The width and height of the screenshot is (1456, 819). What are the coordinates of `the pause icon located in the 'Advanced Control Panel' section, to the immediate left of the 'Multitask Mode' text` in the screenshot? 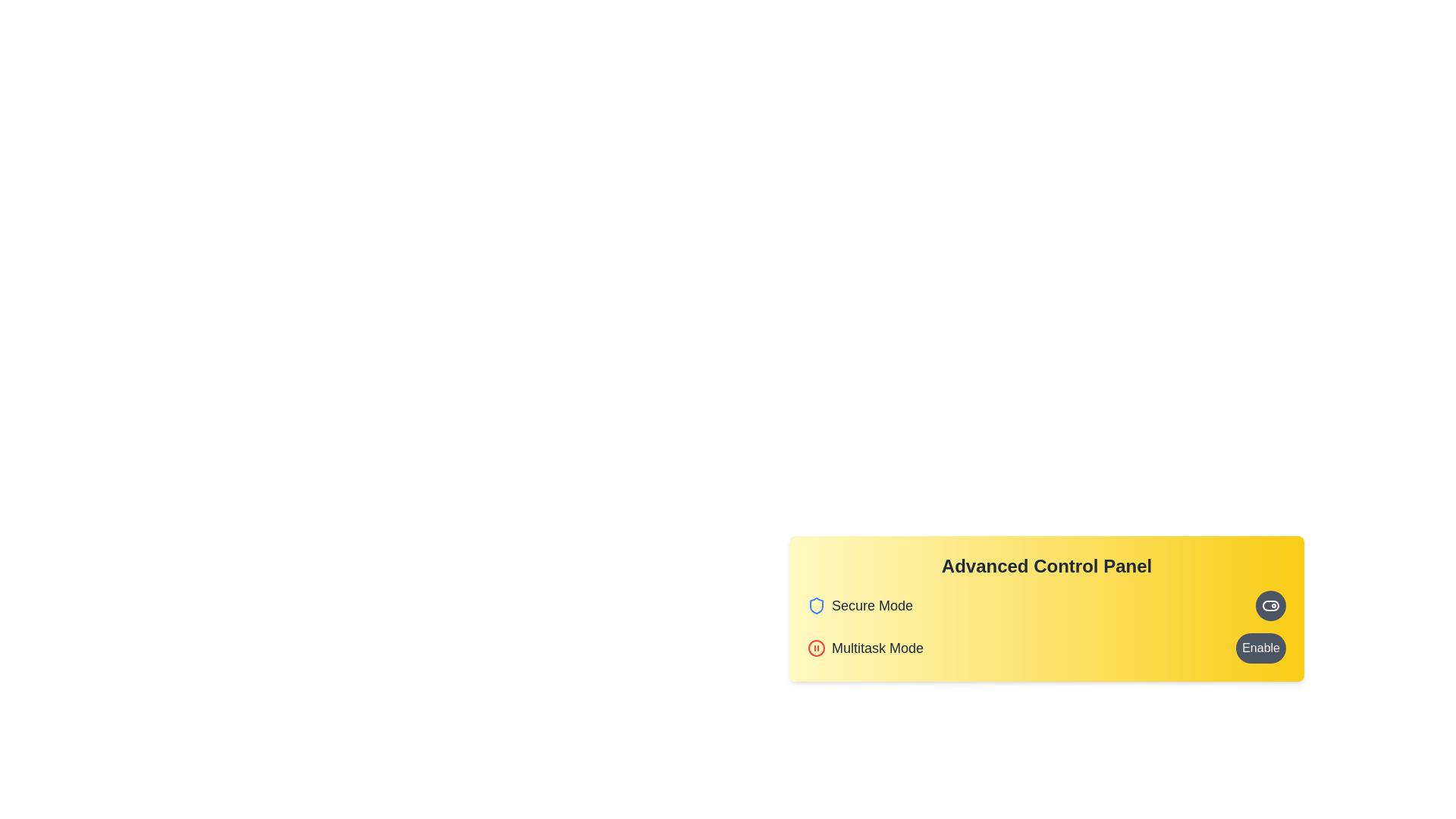 It's located at (815, 648).